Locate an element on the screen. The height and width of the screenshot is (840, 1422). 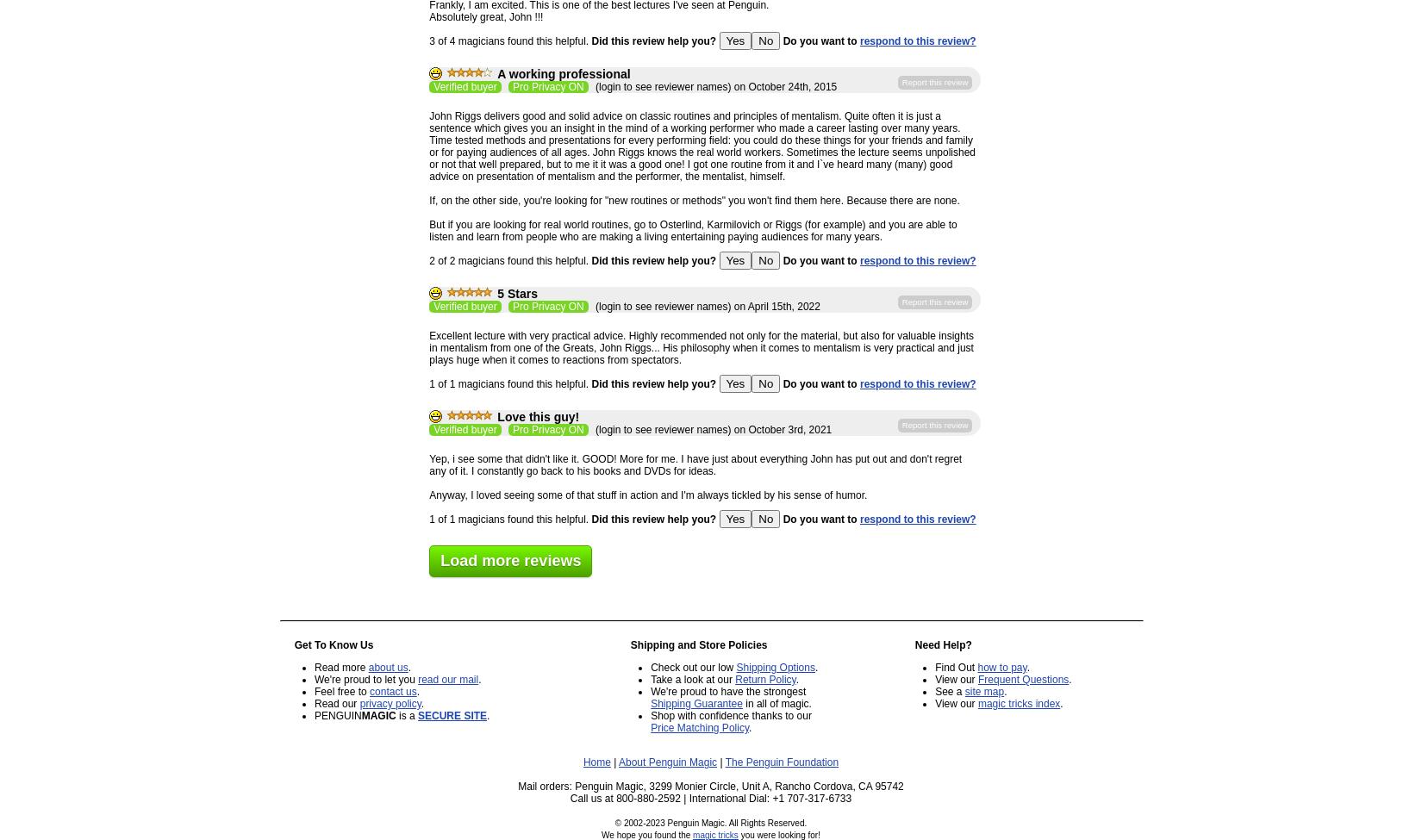
'But if you are looking for real world routines, go to Osterlind, Karmilovich or
Riggs (for example) and you are able to listen and learn from people who are making a living
entertaining paying audiences for many years.' is located at coordinates (692, 231).